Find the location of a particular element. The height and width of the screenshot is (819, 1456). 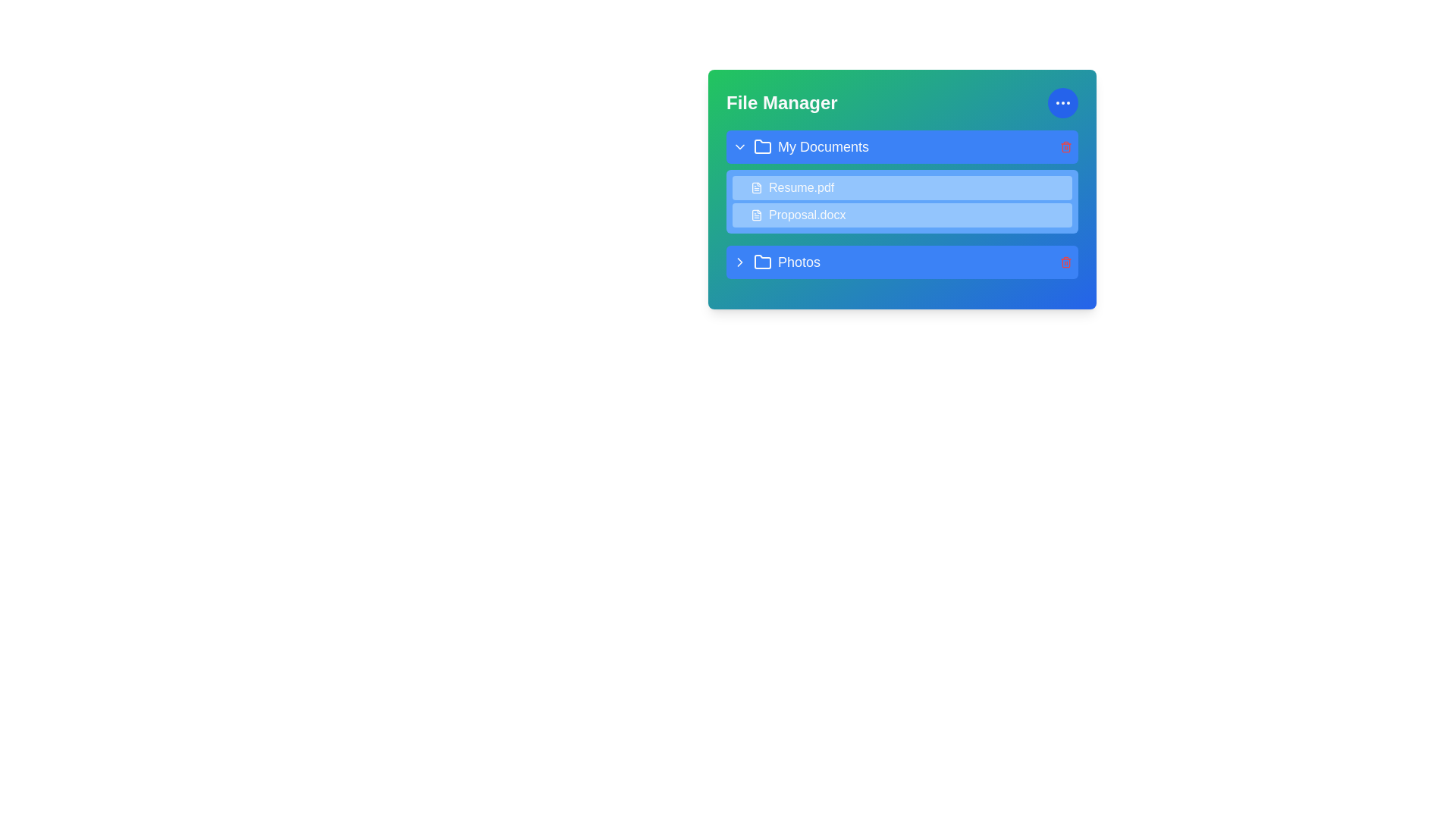

the dropdown toggle icon located to the left of the 'My Documents' text is located at coordinates (739, 146).